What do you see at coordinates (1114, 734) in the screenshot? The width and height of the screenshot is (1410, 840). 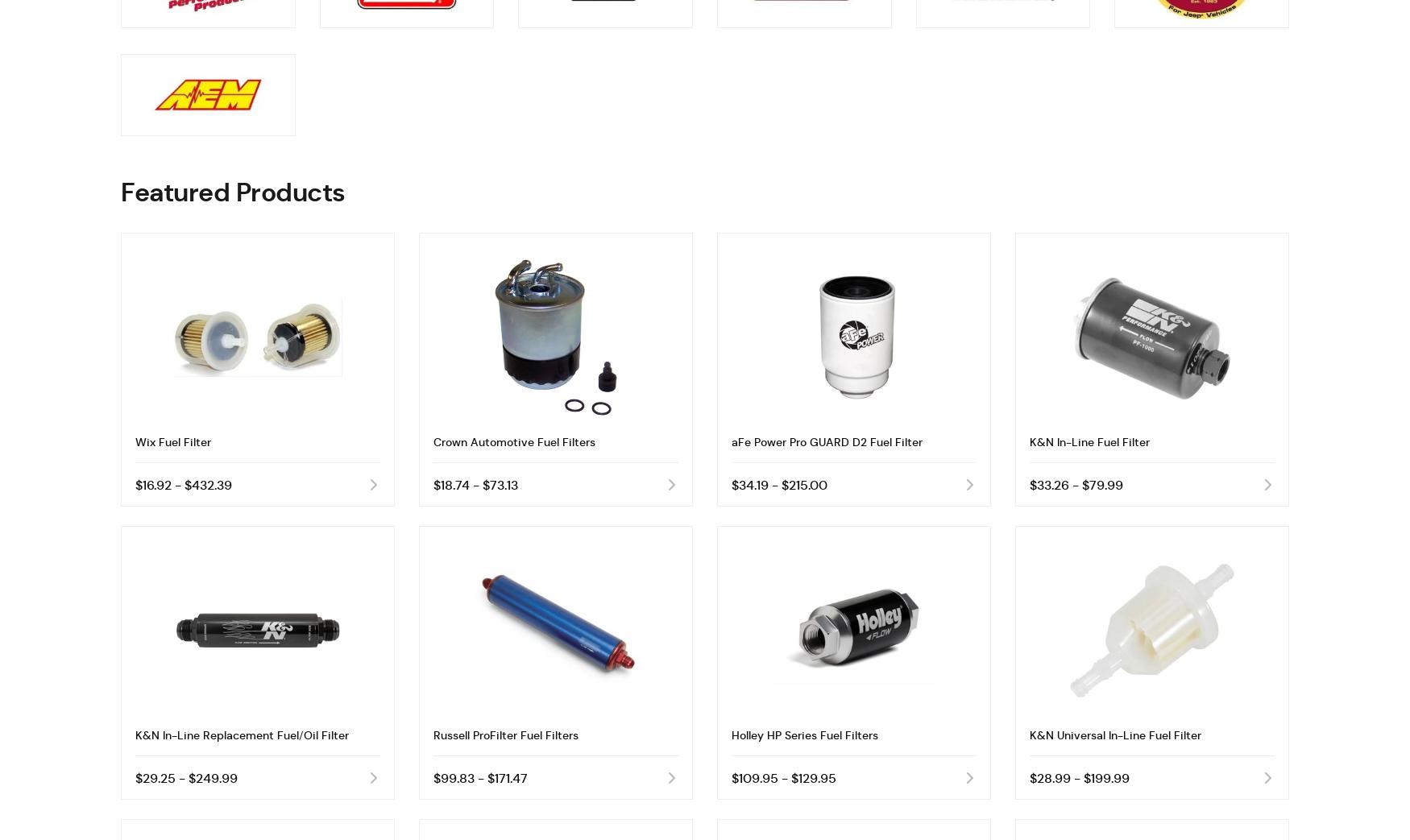 I see `'K&N Universal In-Line Fuel Filter'` at bounding box center [1114, 734].